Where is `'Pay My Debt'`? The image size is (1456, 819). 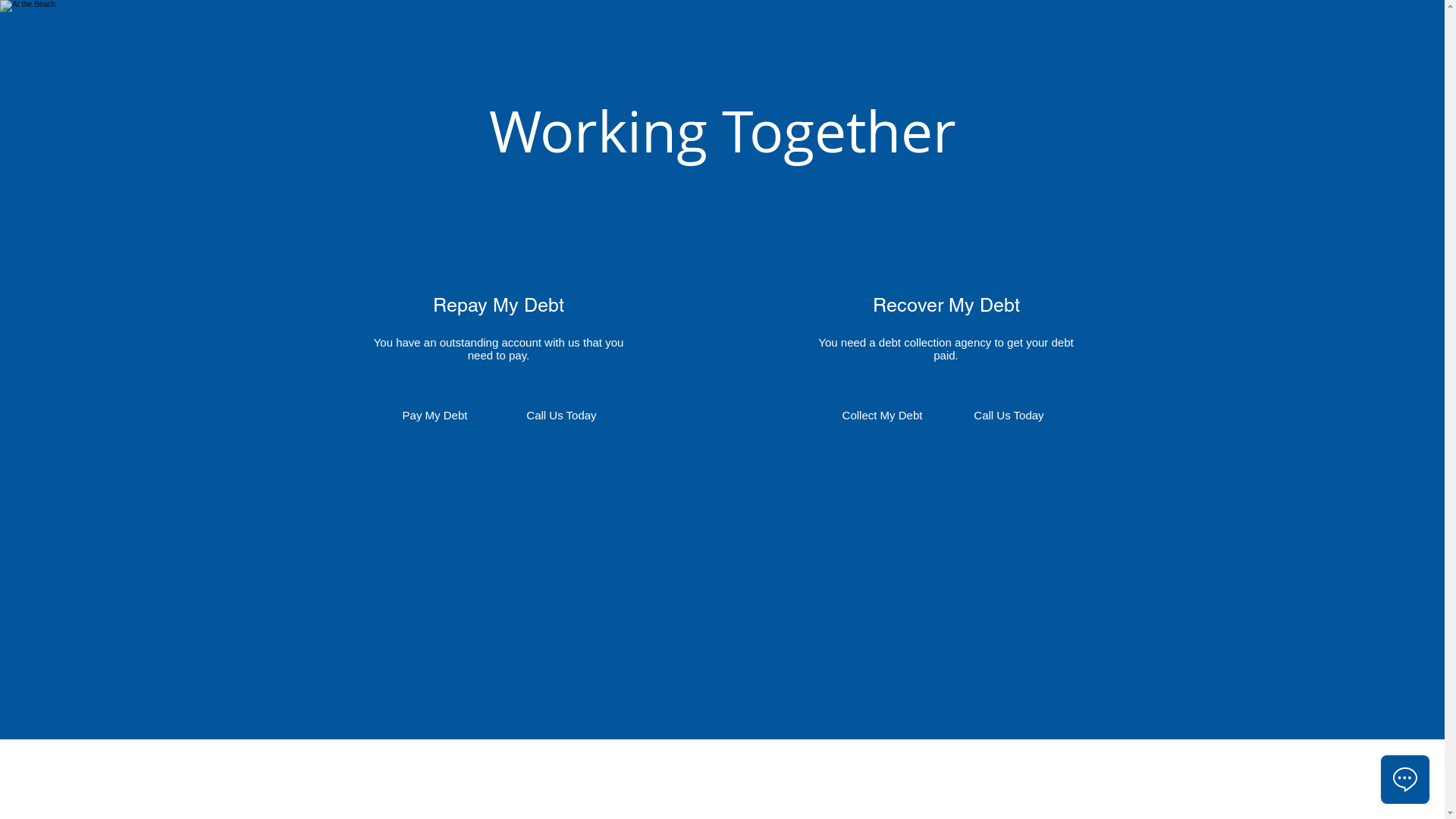
'Pay My Debt' is located at coordinates (433, 415).